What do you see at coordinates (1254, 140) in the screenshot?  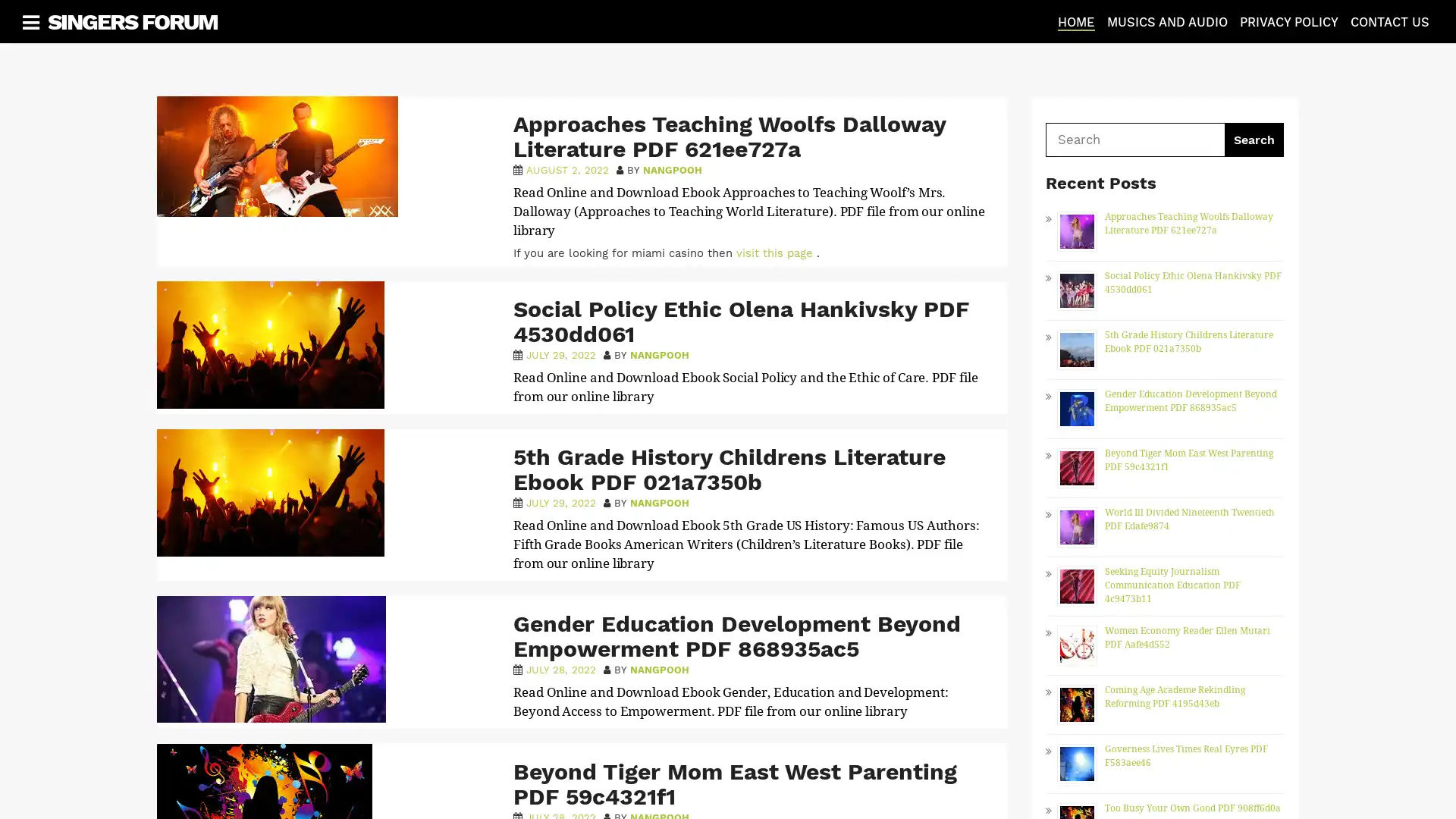 I see `Search` at bounding box center [1254, 140].